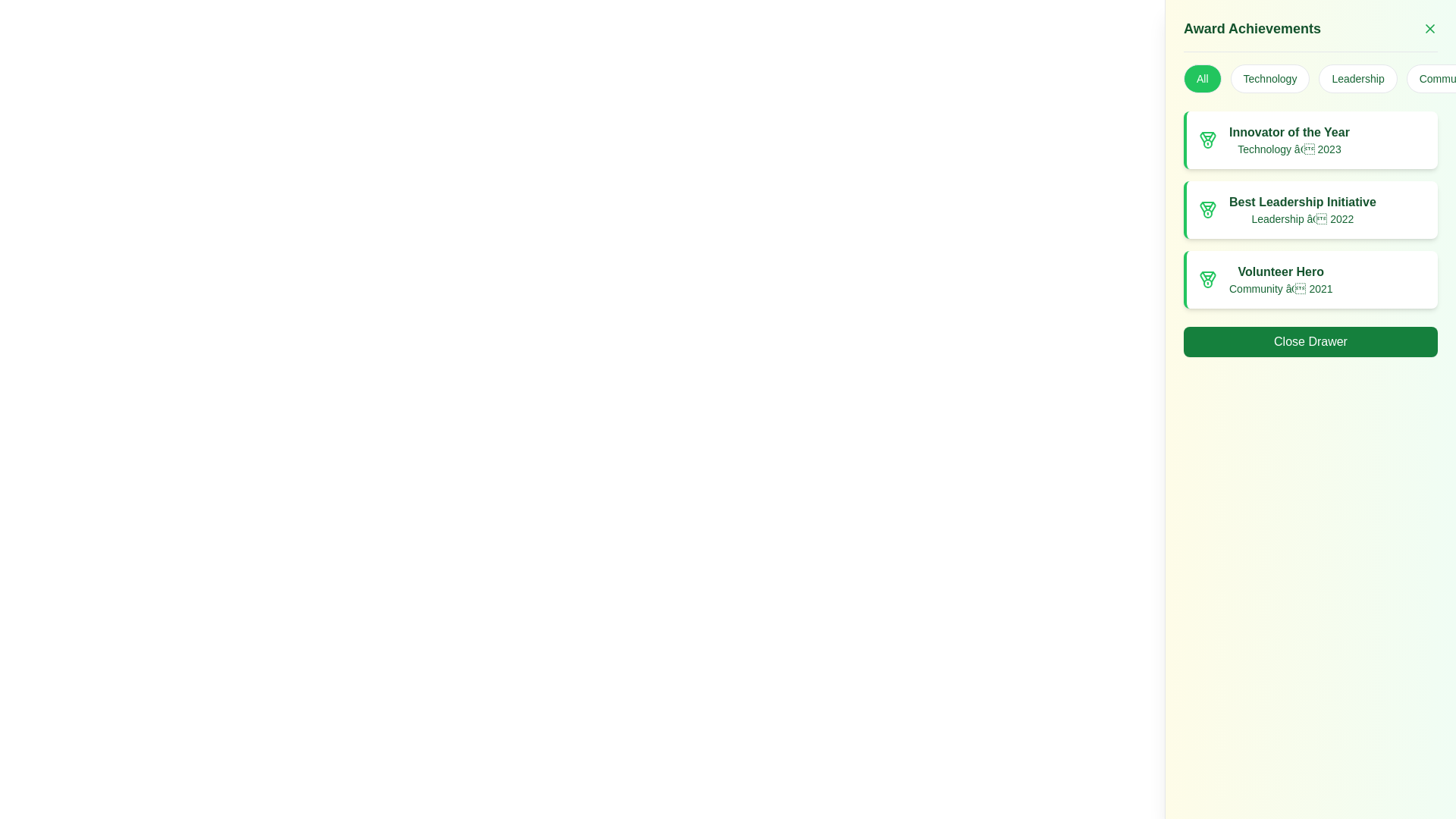 The image size is (1456, 819). I want to click on the text label displaying 'Leadership – 2022' styled in a small green font, which is located within the second card under the main heading 'Best Leadership Initiative', so click(1302, 219).